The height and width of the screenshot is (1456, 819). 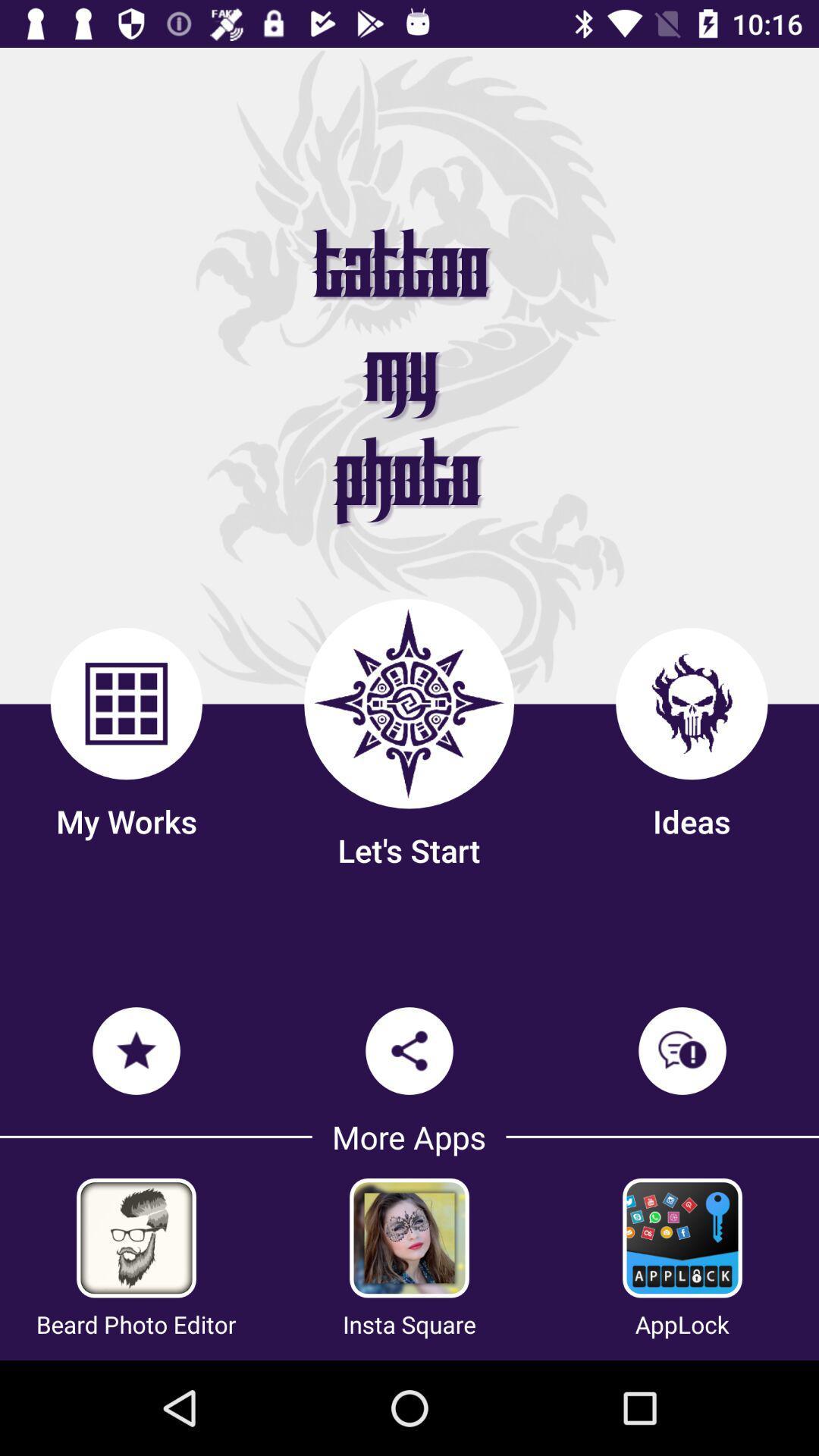 What do you see at coordinates (681, 1238) in the screenshot?
I see `open new app` at bounding box center [681, 1238].